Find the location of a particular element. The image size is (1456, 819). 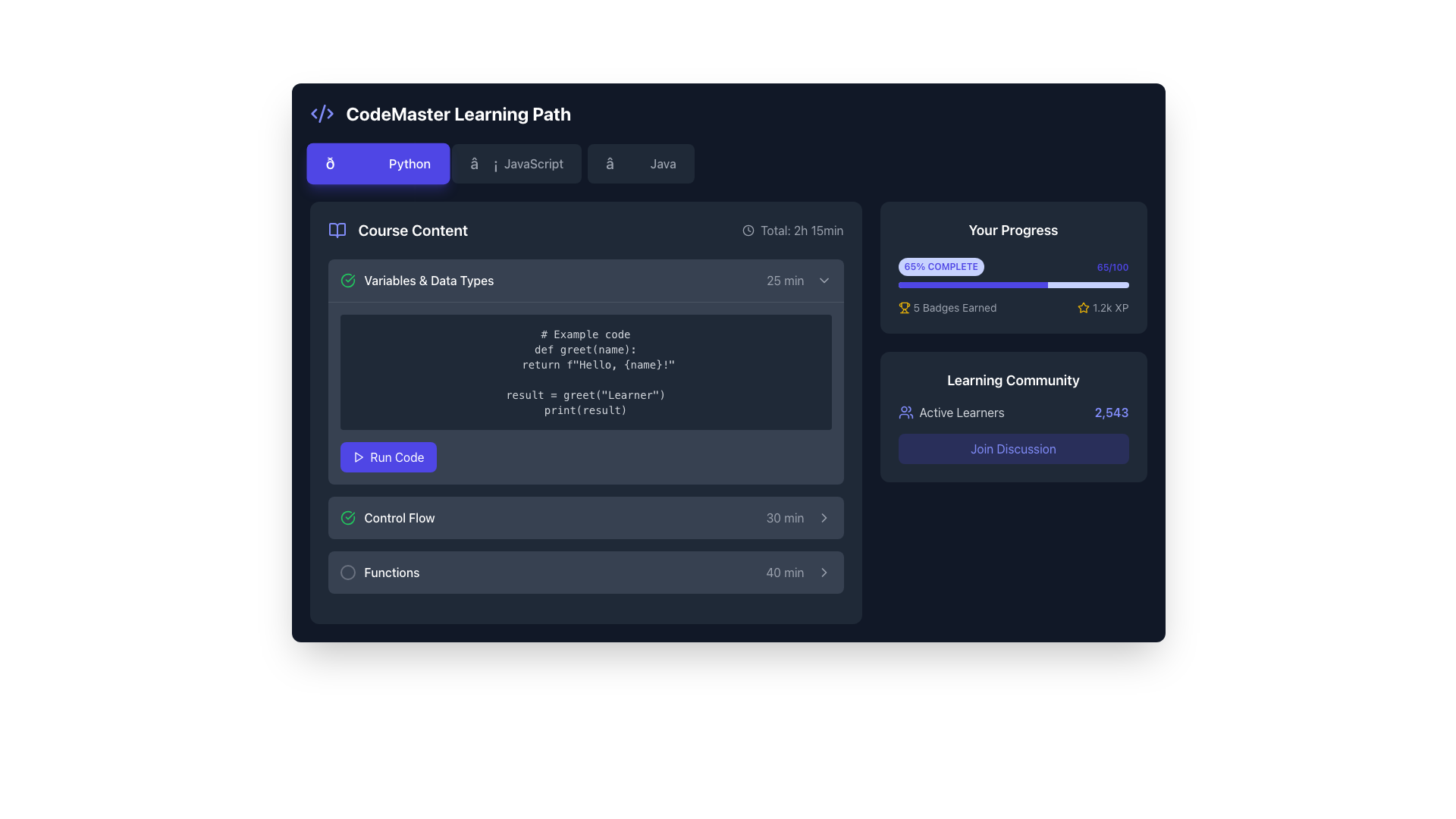

the 'Control Flow' module is located at coordinates (585, 516).